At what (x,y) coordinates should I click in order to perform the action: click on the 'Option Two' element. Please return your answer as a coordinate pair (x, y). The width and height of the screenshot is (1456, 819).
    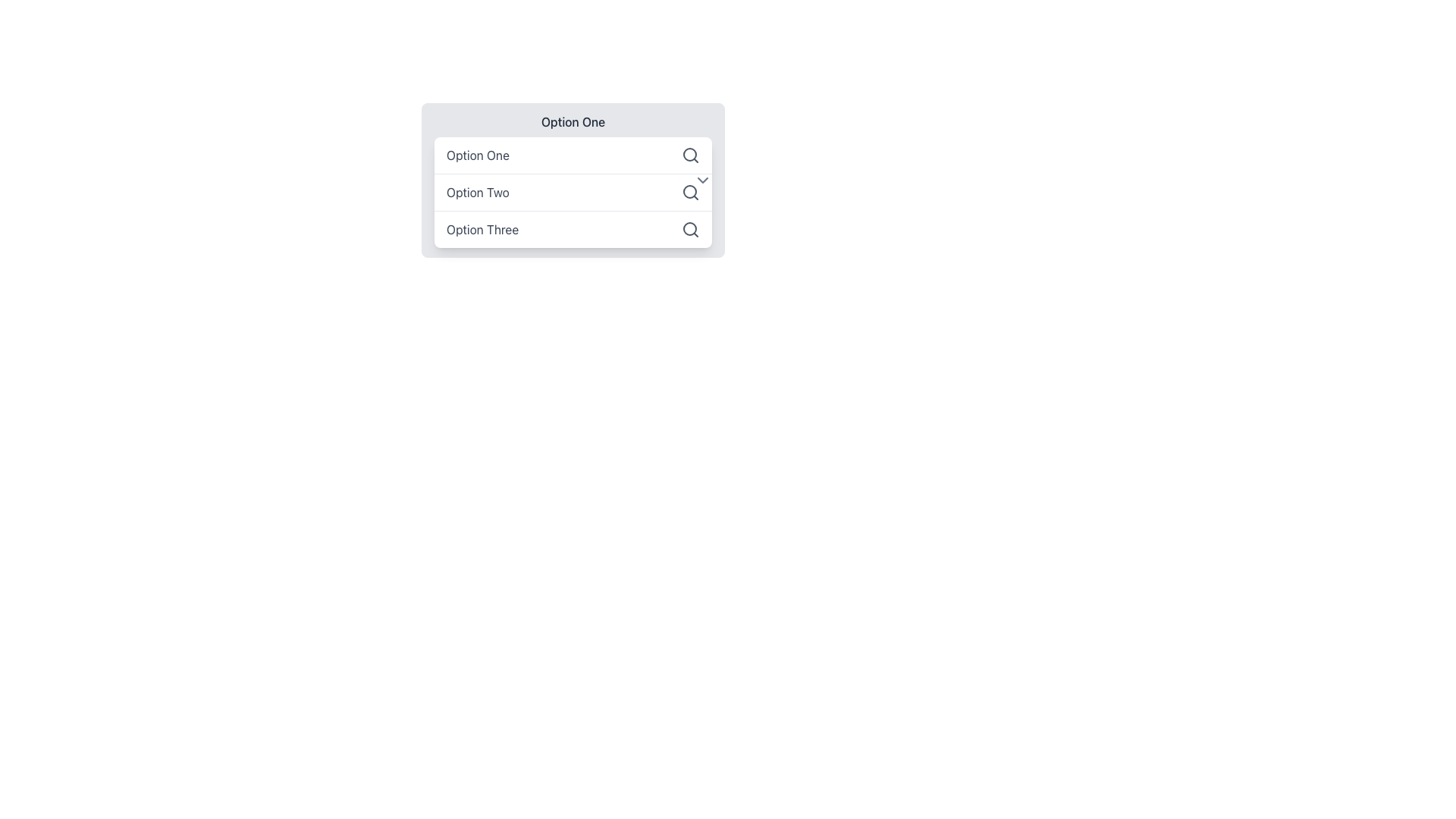
    Looking at the image, I should click on (572, 180).